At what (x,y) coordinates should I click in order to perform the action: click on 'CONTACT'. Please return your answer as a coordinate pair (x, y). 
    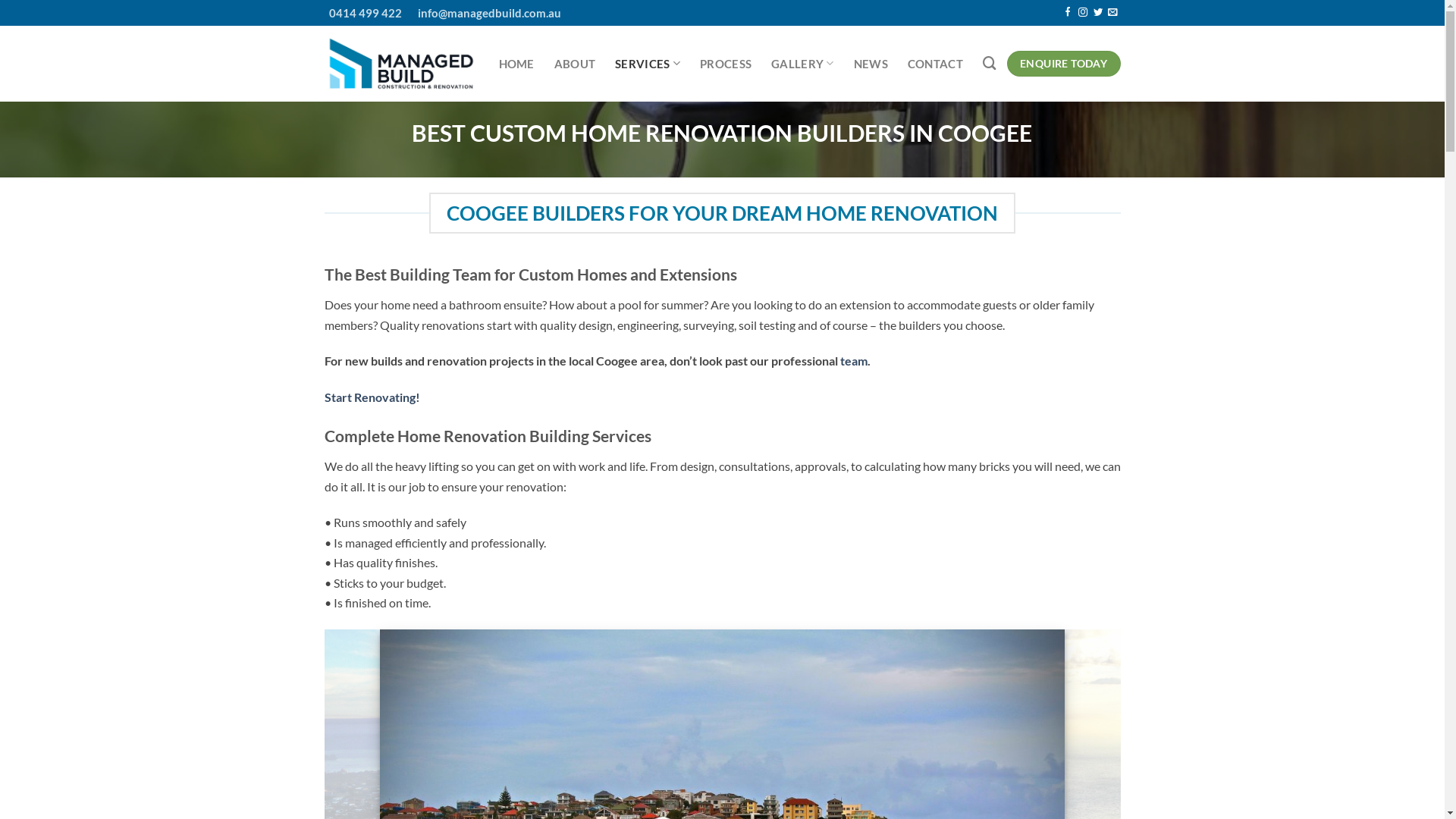
    Looking at the image, I should click on (934, 63).